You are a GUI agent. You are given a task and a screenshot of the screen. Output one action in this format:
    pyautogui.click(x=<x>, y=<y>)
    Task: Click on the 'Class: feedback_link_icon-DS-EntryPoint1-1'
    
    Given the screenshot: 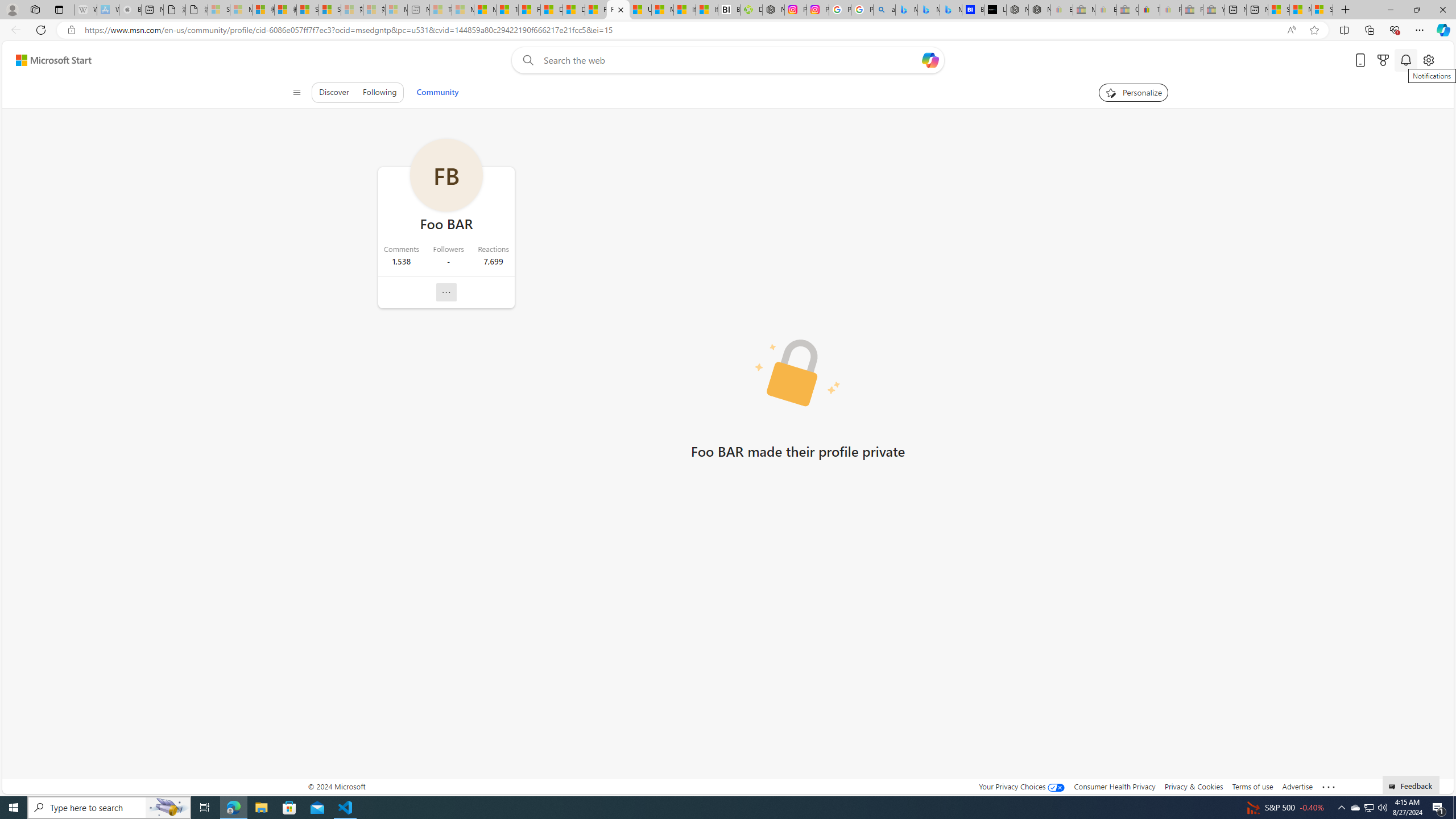 What is the action you would take?
    pyautogui.click(x=1393, y=786)
    